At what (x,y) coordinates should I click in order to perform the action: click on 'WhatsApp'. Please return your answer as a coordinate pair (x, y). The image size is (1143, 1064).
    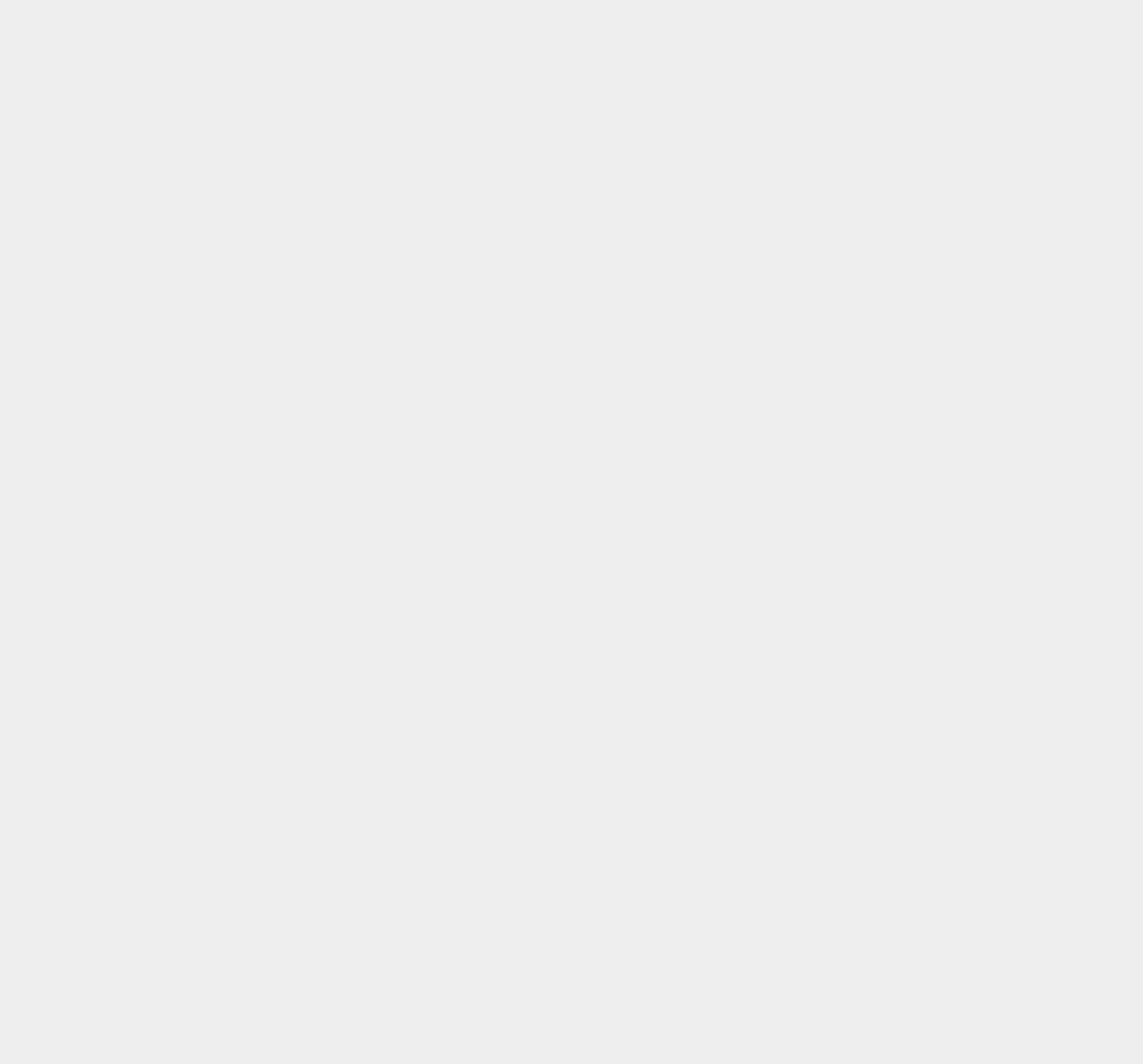
    Looking at the image, I should click on (807, 665).